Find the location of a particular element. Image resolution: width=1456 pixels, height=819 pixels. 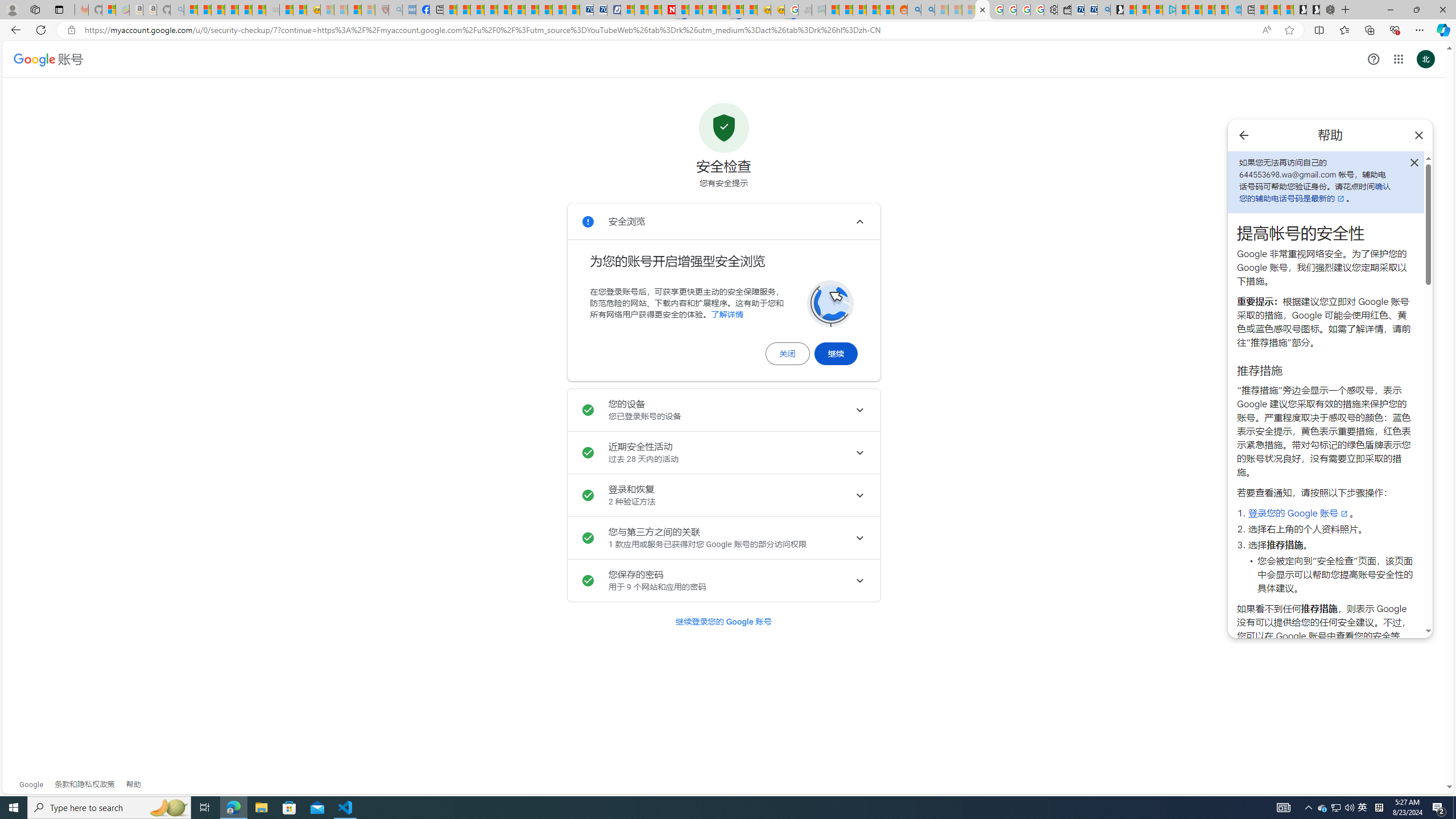

'Climate Damage Becomes Too Severe To Reverse' is located at coordinates (490, 9).